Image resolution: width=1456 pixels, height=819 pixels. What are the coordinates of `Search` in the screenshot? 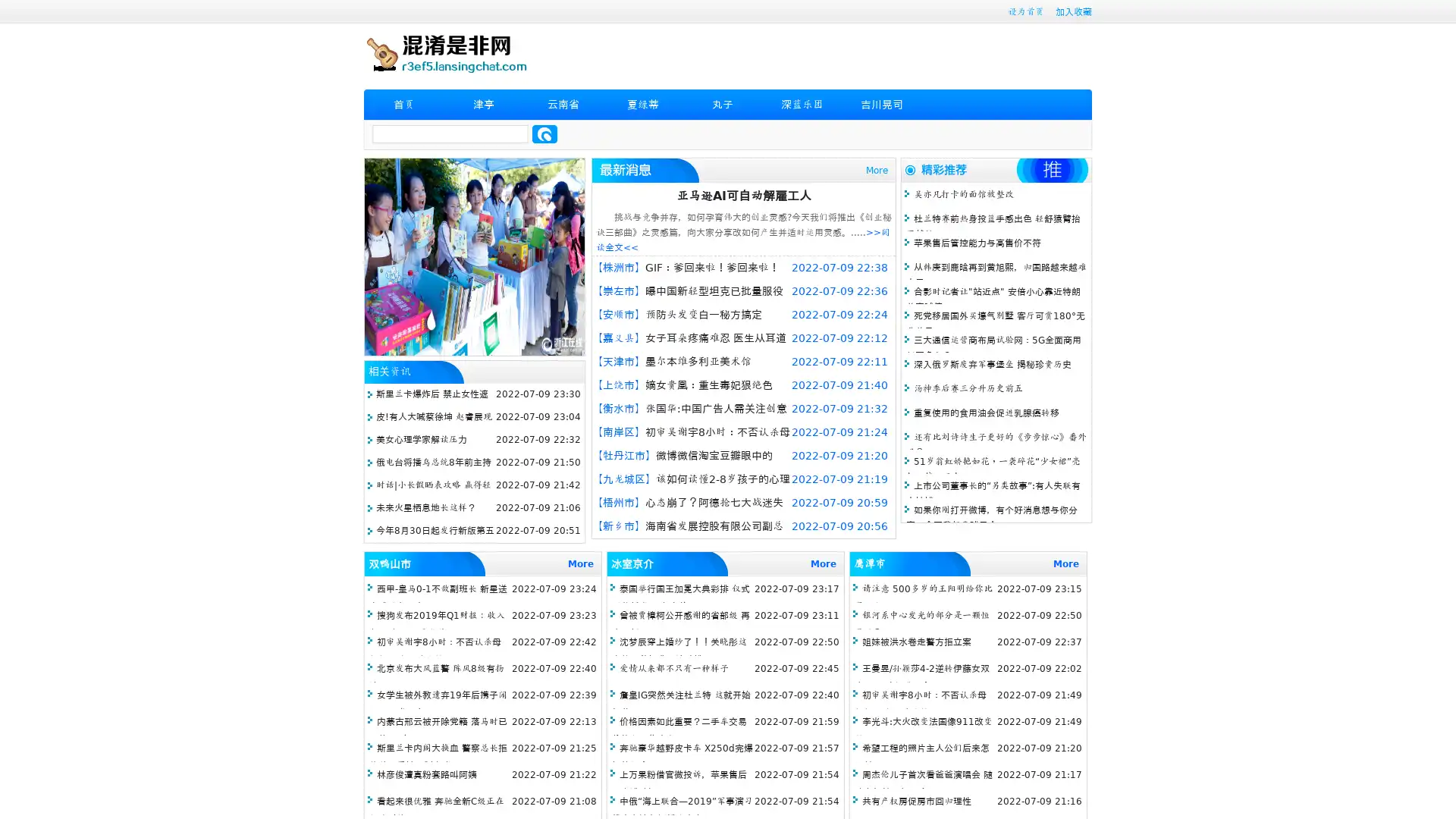 It's located at (544, 133).